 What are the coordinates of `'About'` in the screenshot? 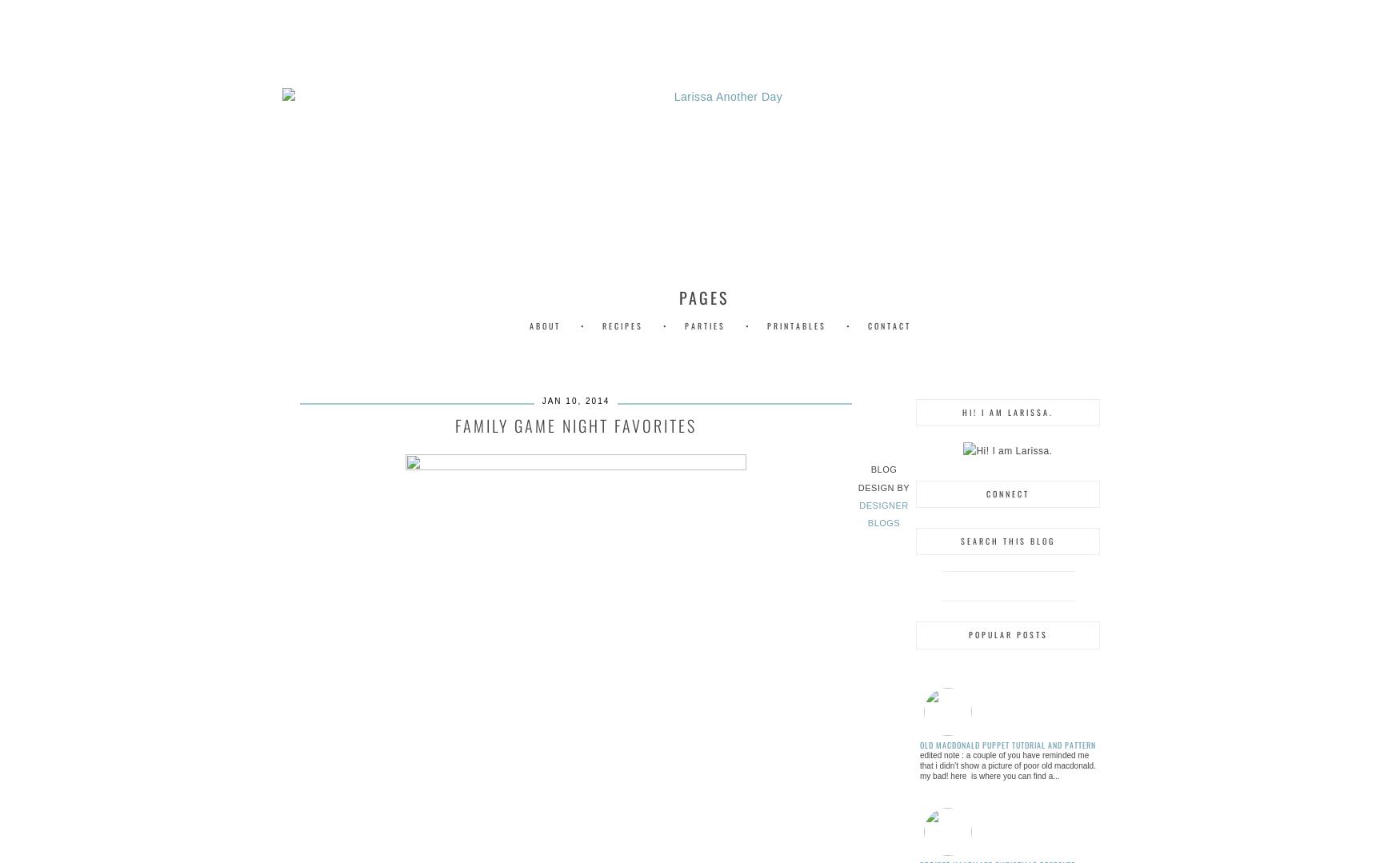 It's located at (543, 325).